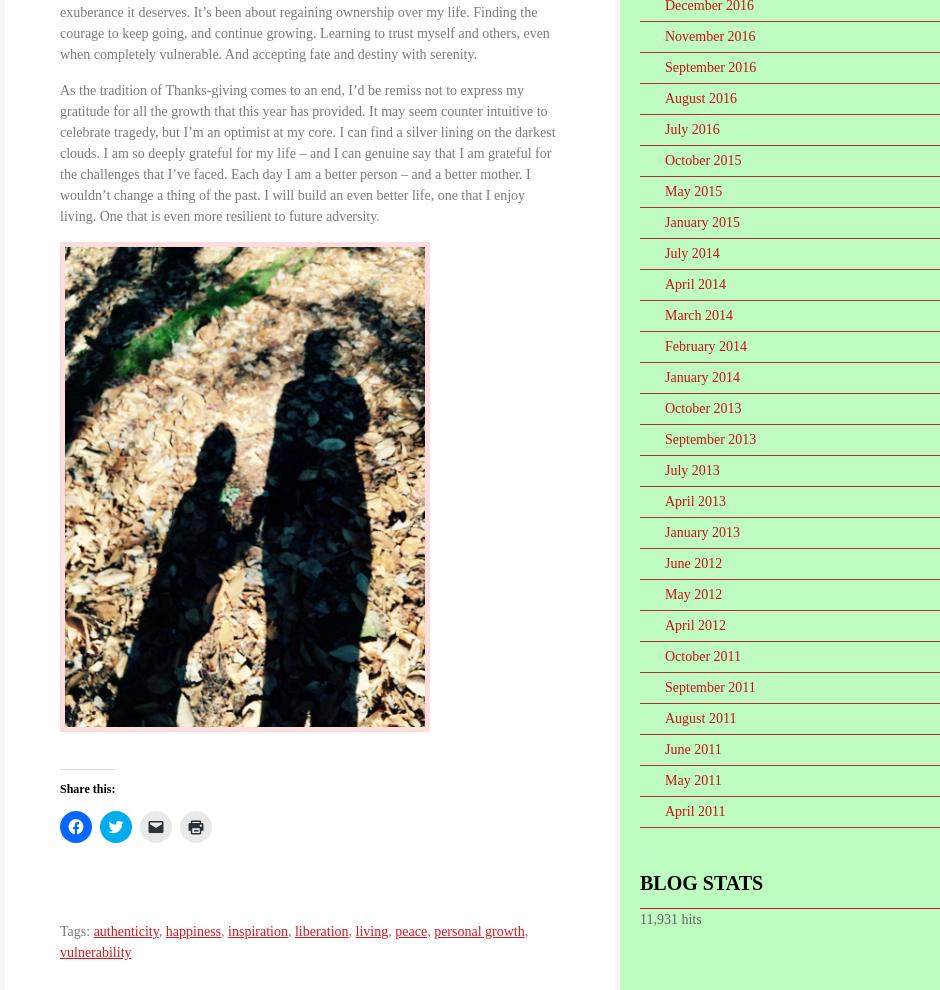 This screenshot has width=940, height=990. Describe the element at coordinates (306, 153) in the screenshot. I see `'As the tradition of Thanks-giving comes to an end, I’d be remiss not to express my gratitude for all the growth that this year has provided. It may seem counter intuitive to celebrate tragedy, but I’m an optimist at my core. I can find a silver lining on the darkest clouds. I am so deeply grateful for my life – and I can genuine say that I am grateful for the challenges that I’ve faced. Each day I am a better person – and a better mother. I wouldn’t change a thing of the past. I will build an even better life, one that I enjoy living. One that is even more resilient to future adversity.'` at that location.